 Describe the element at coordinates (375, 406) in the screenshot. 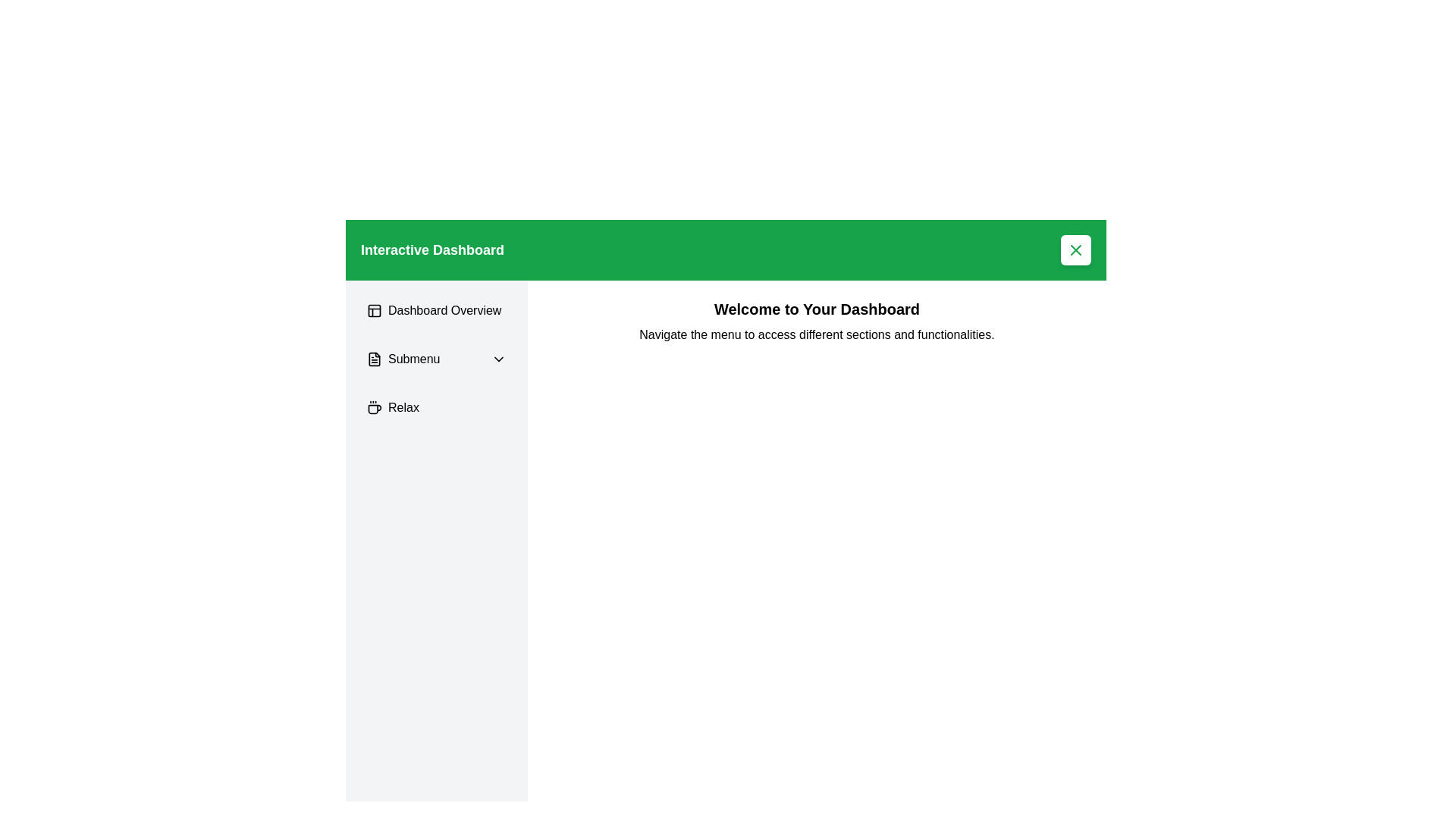

I see `the coffee cup icon located in the sidebar menu next to the 'Relax' label` at that location.